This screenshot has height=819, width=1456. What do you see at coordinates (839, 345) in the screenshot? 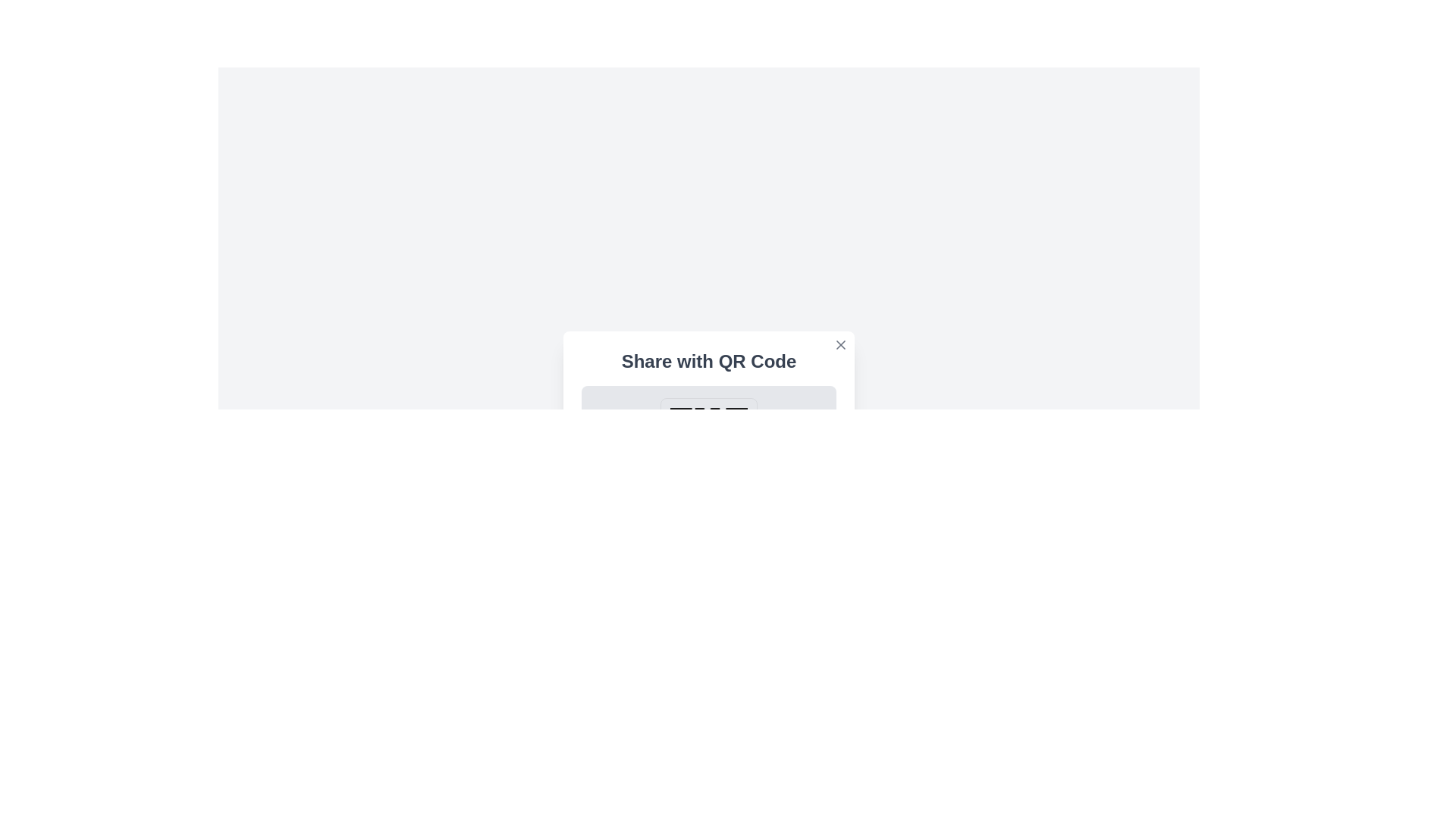
I see `the Close button in the modal window labeled 'Share with QR Code' to change its color` at bounding box center [839, 345].